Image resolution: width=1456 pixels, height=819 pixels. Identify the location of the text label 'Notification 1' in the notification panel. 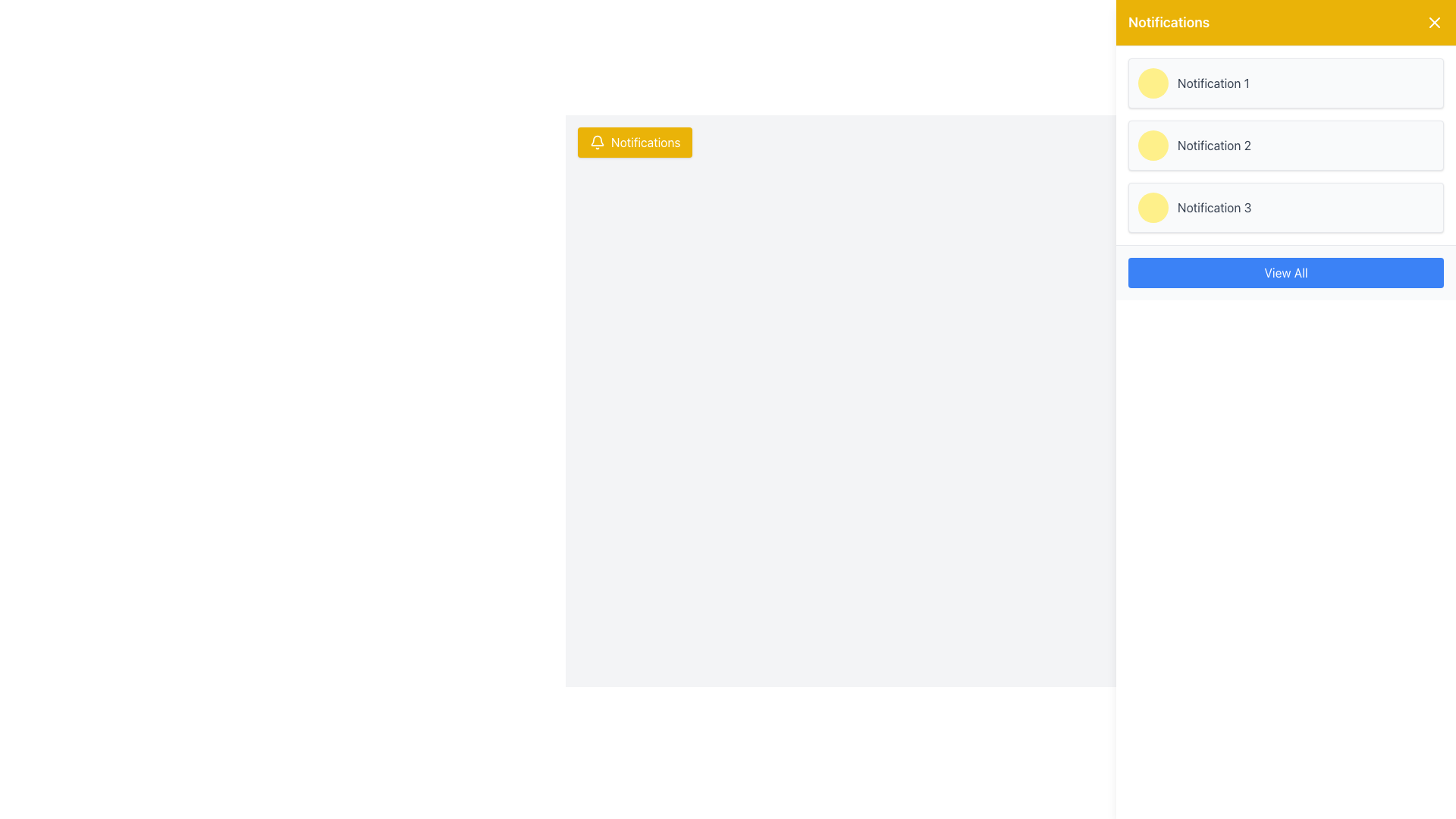
(1213, 83).